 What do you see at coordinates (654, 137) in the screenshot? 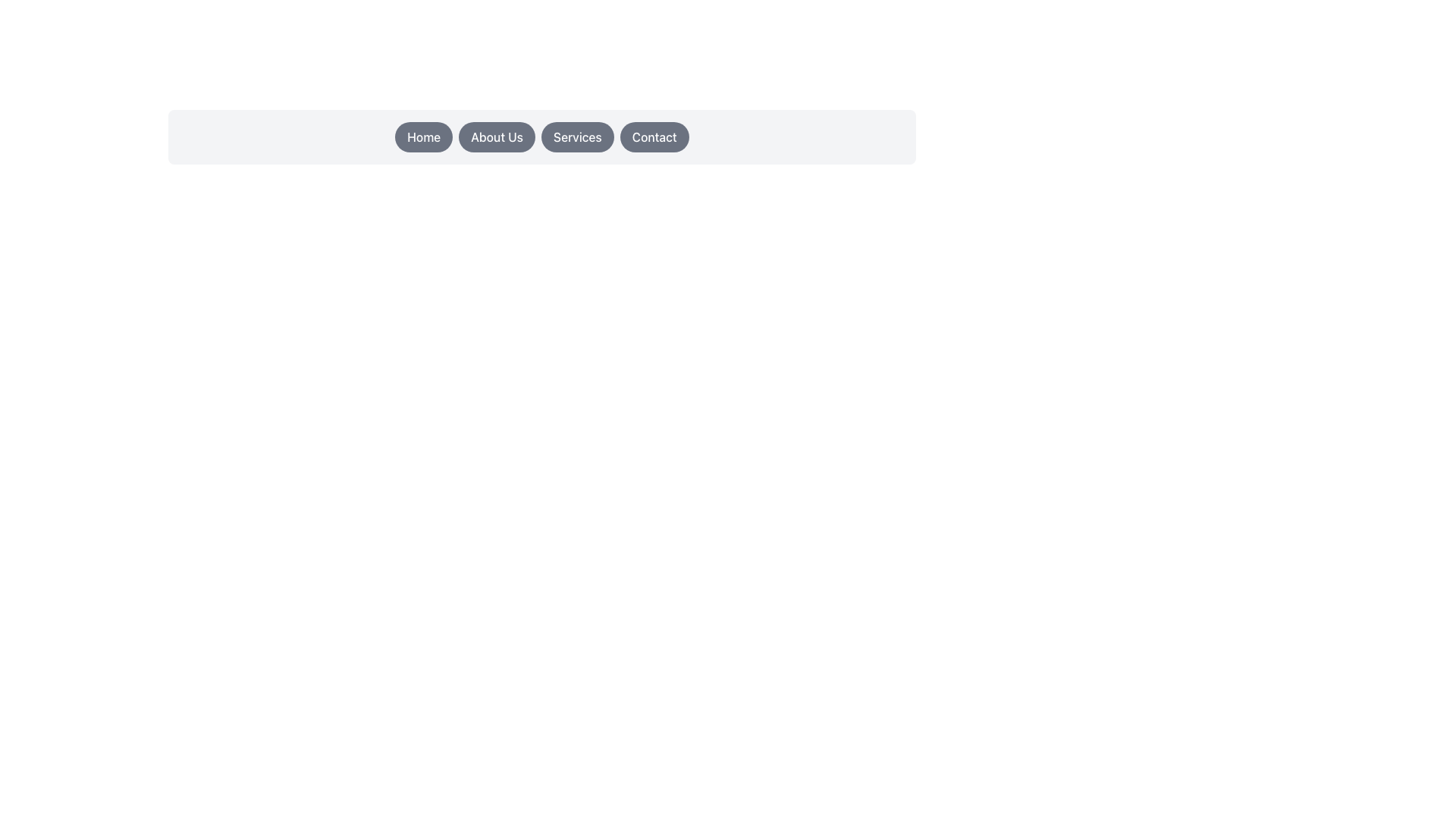
I see `the 'Contact' button located in the top-right corner of the button row` at bounding box center [654, 137].